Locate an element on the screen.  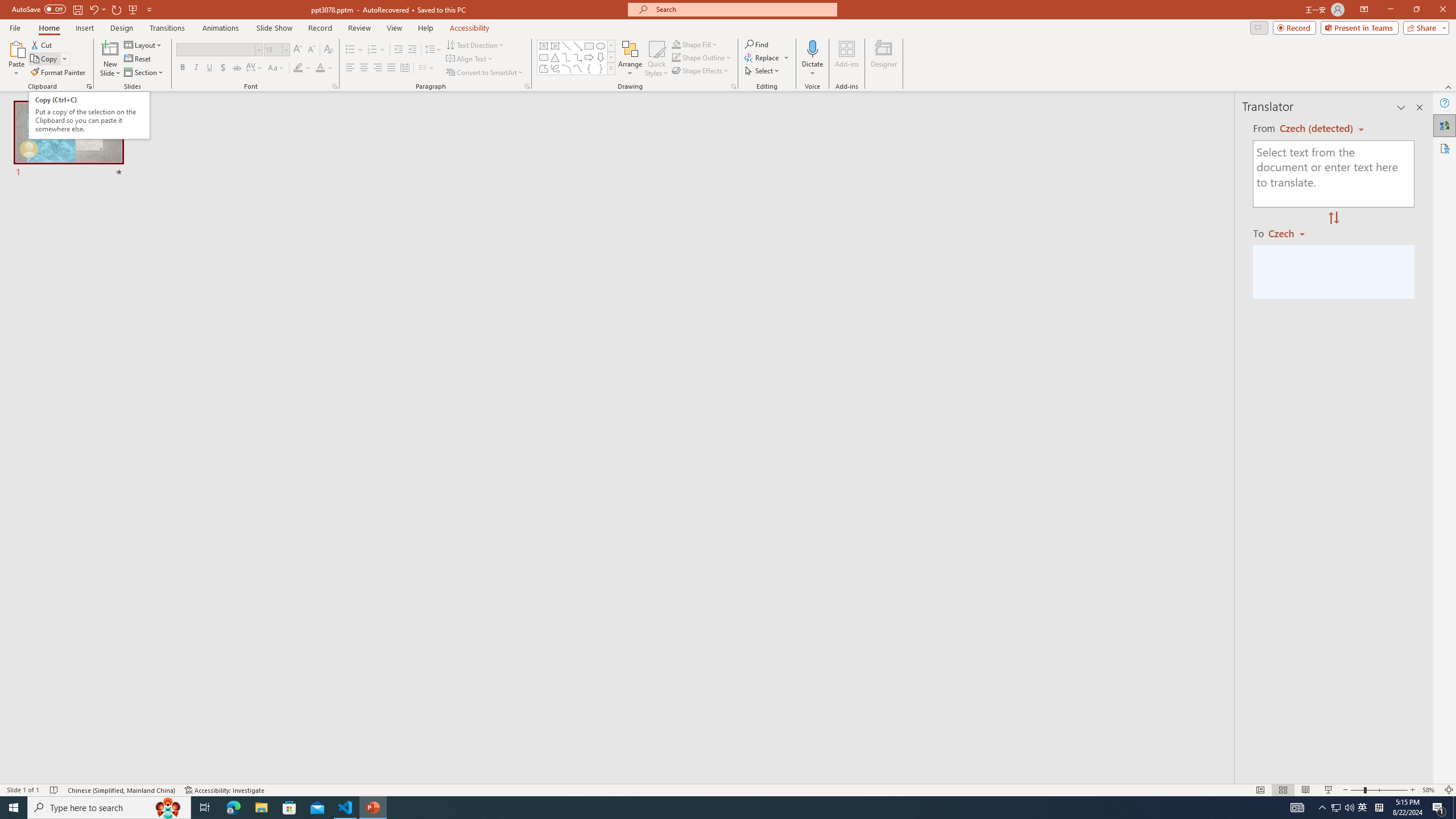
'Italic' is located at coordinates (195, 67).